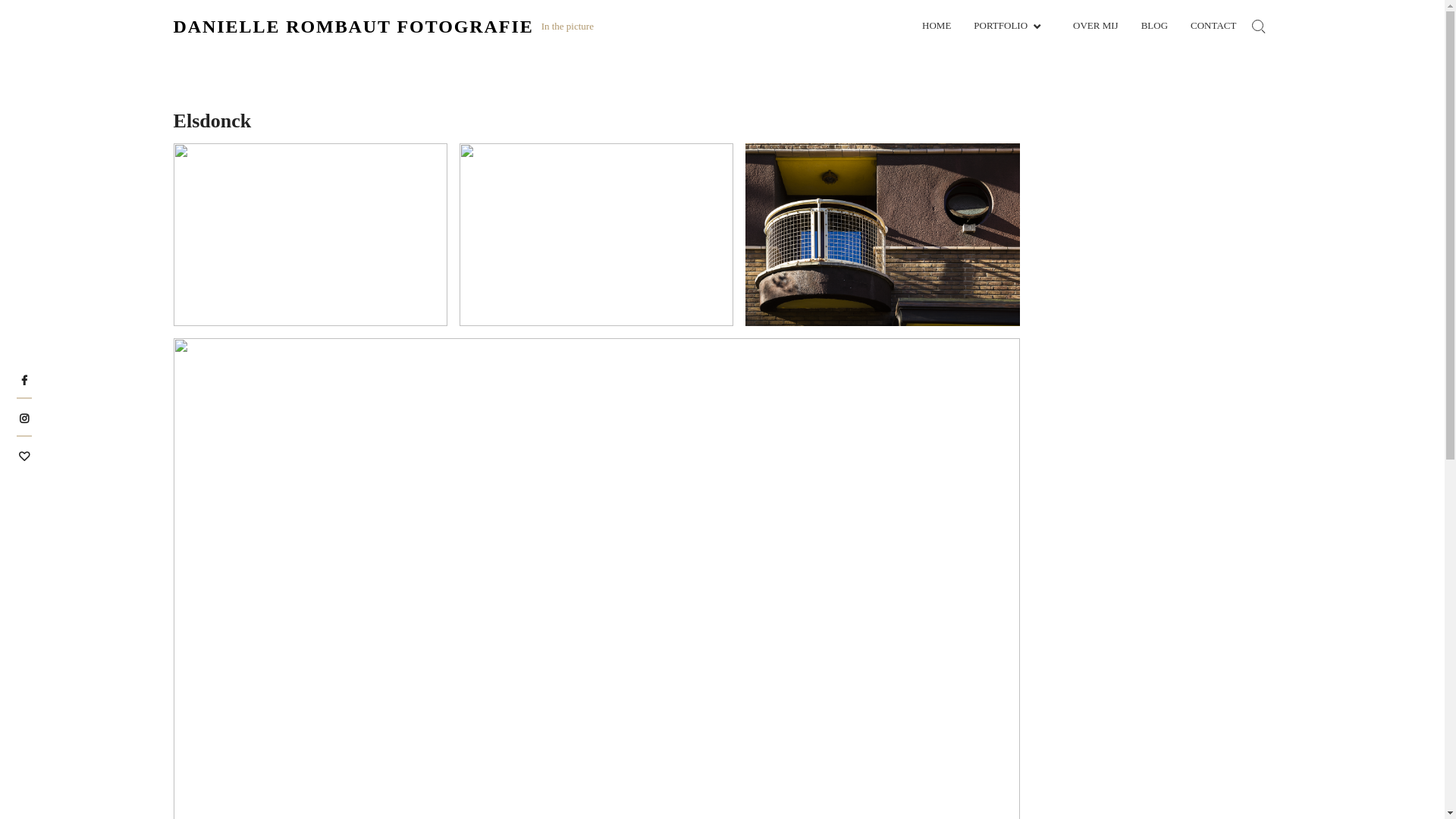 The width and height of the screenshot is (1456, 819). Describe the element at coordinates (353, 26) in the screenshot. I see `'DANIELLE ROMBAUT FOTOGRAFIE'` at that location.